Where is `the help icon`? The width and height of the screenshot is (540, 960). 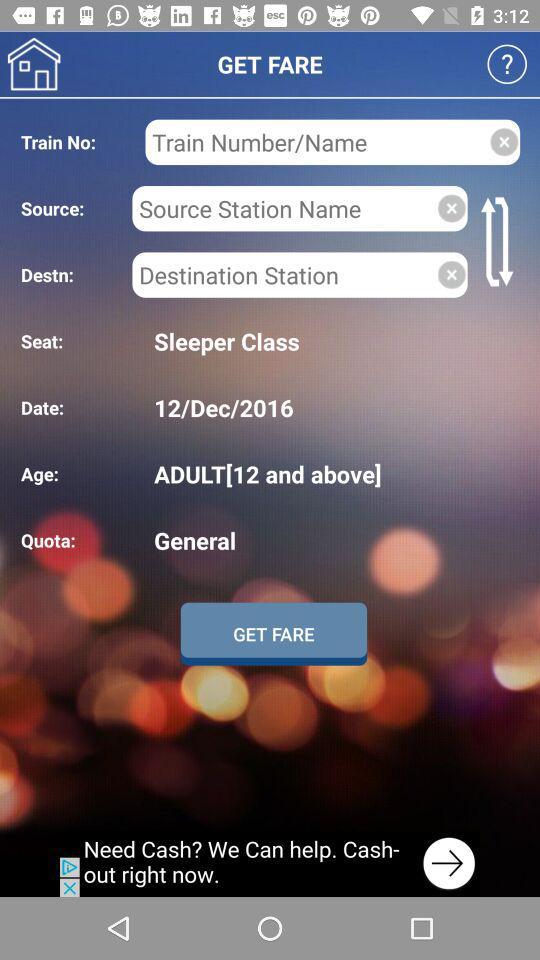 the help icon is located at coordinates (507, 64).